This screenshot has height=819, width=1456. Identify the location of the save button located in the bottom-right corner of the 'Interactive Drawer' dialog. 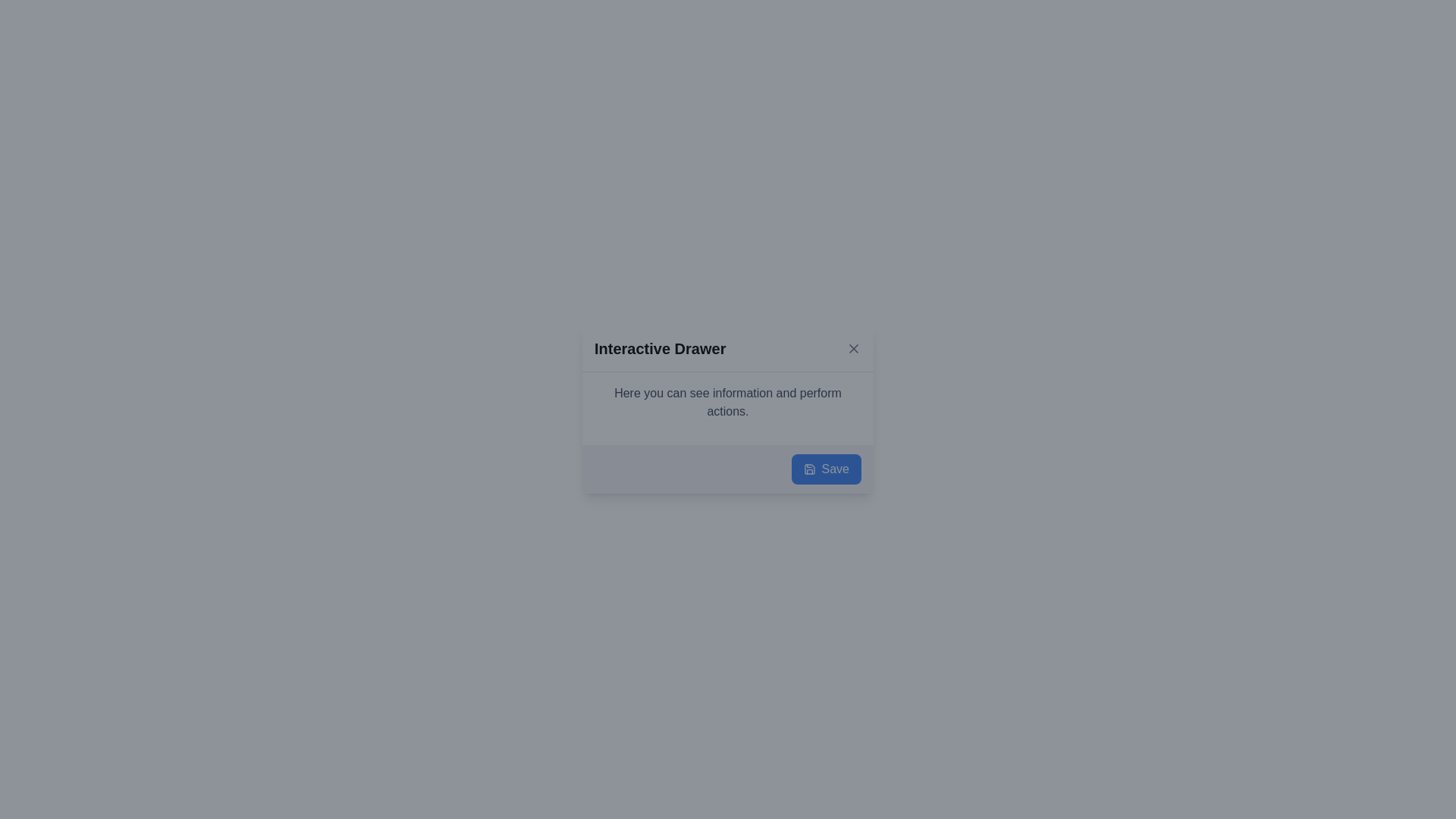
(825, 468).